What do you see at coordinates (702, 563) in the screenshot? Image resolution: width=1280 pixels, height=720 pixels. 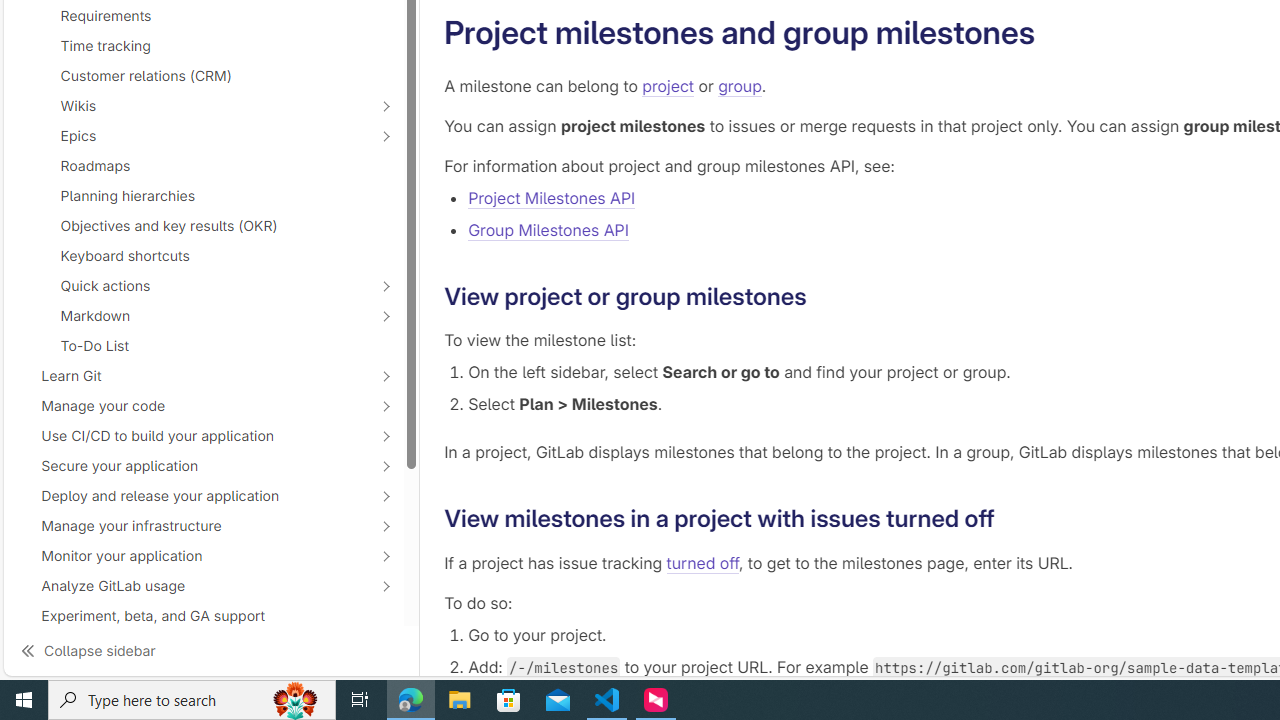 I see `'turned off'` at bounding box center [702, 563].